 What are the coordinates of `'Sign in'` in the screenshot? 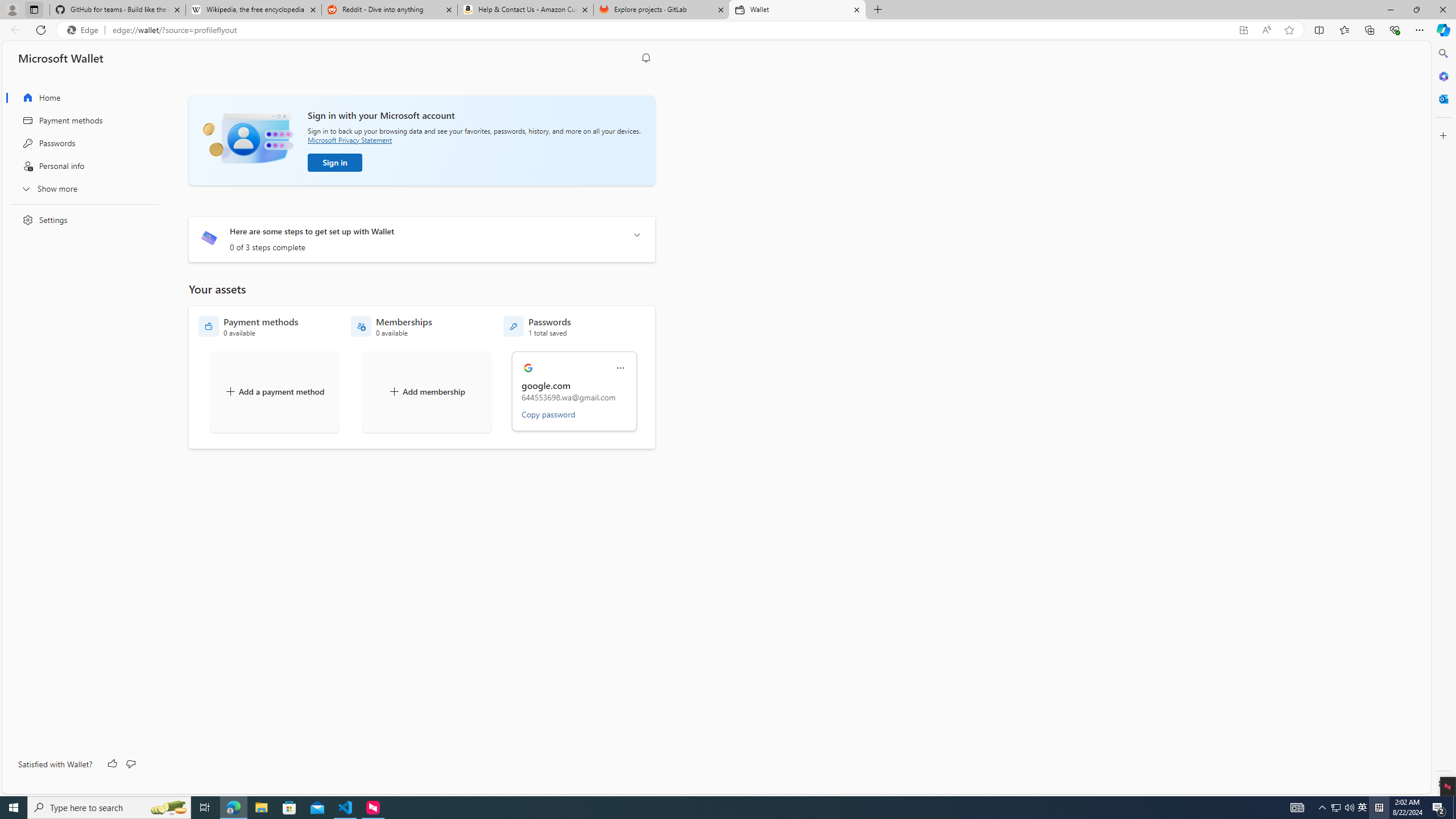 It's located at (334, 163).